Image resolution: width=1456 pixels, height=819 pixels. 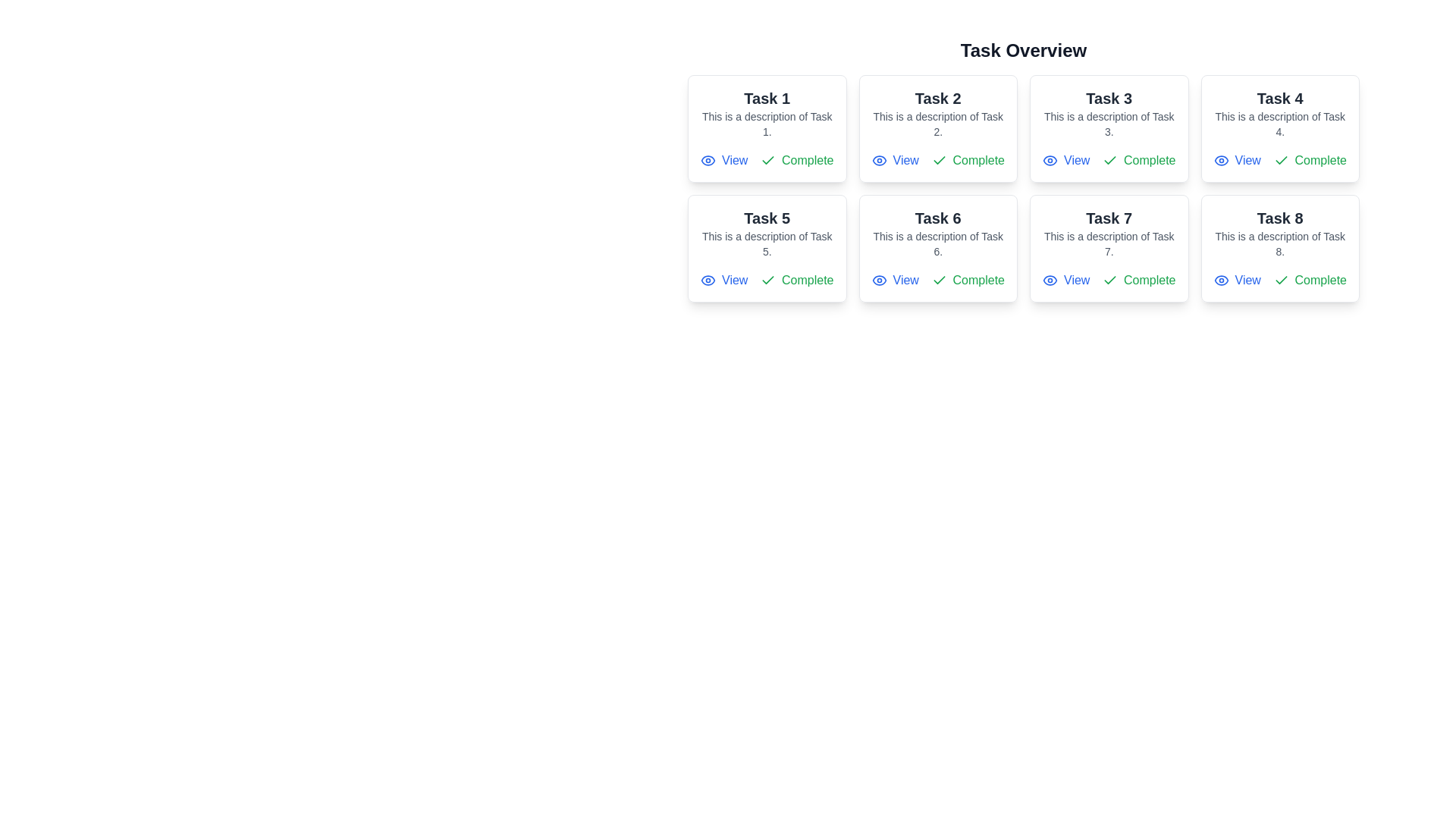 I want to click on the eye icon located adjacent to the 'View' text label in the Task 3 card, so click(x=1050, y=161).